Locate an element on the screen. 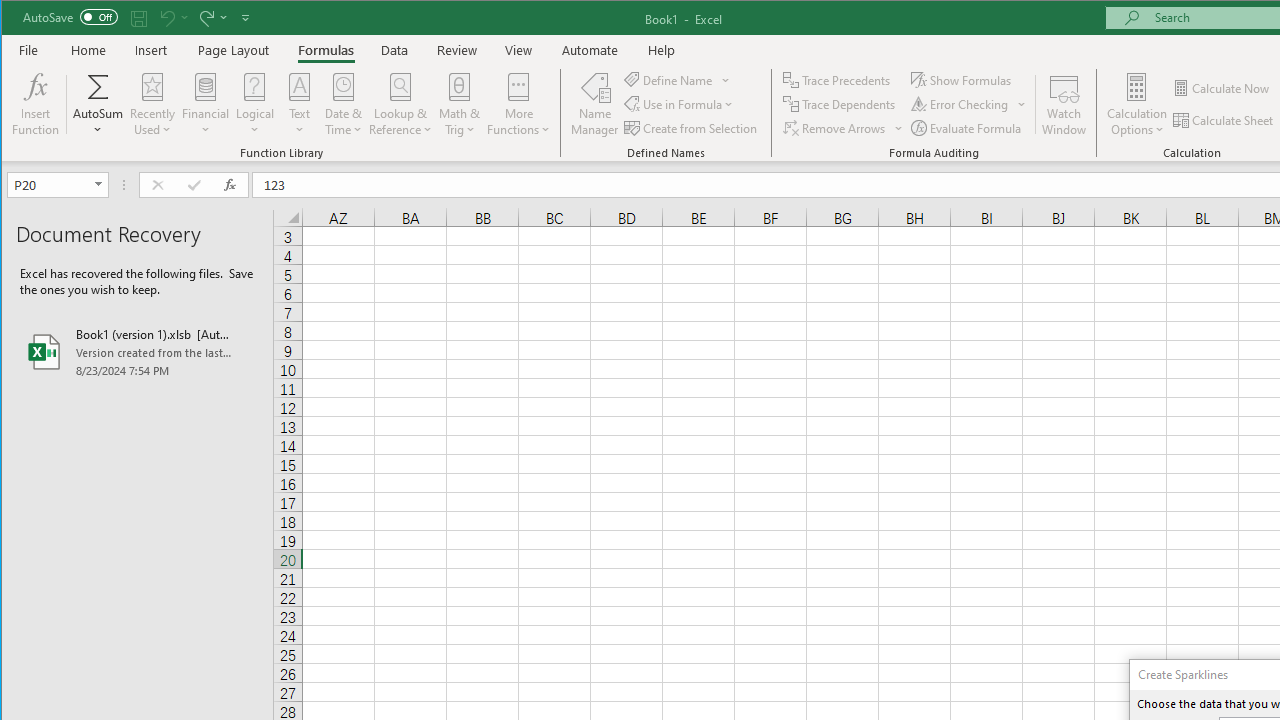 The image size is (1280, 720). 'Review' is located at coordinates (455, 49).